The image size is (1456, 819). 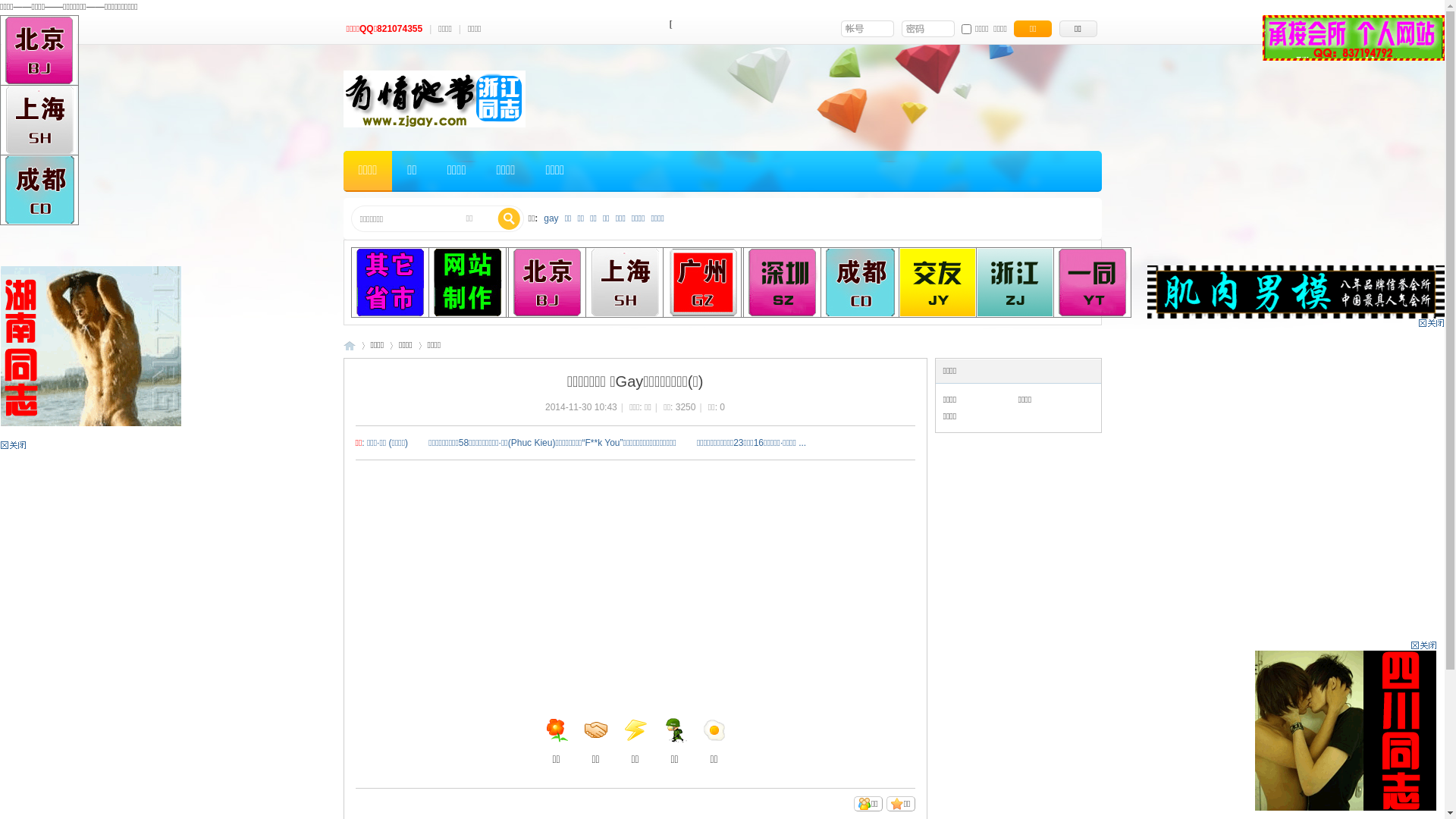 What do you see at coordinates (550, 218) in the screenshot?
I see `'gay'` at bounding box center [550, 218].